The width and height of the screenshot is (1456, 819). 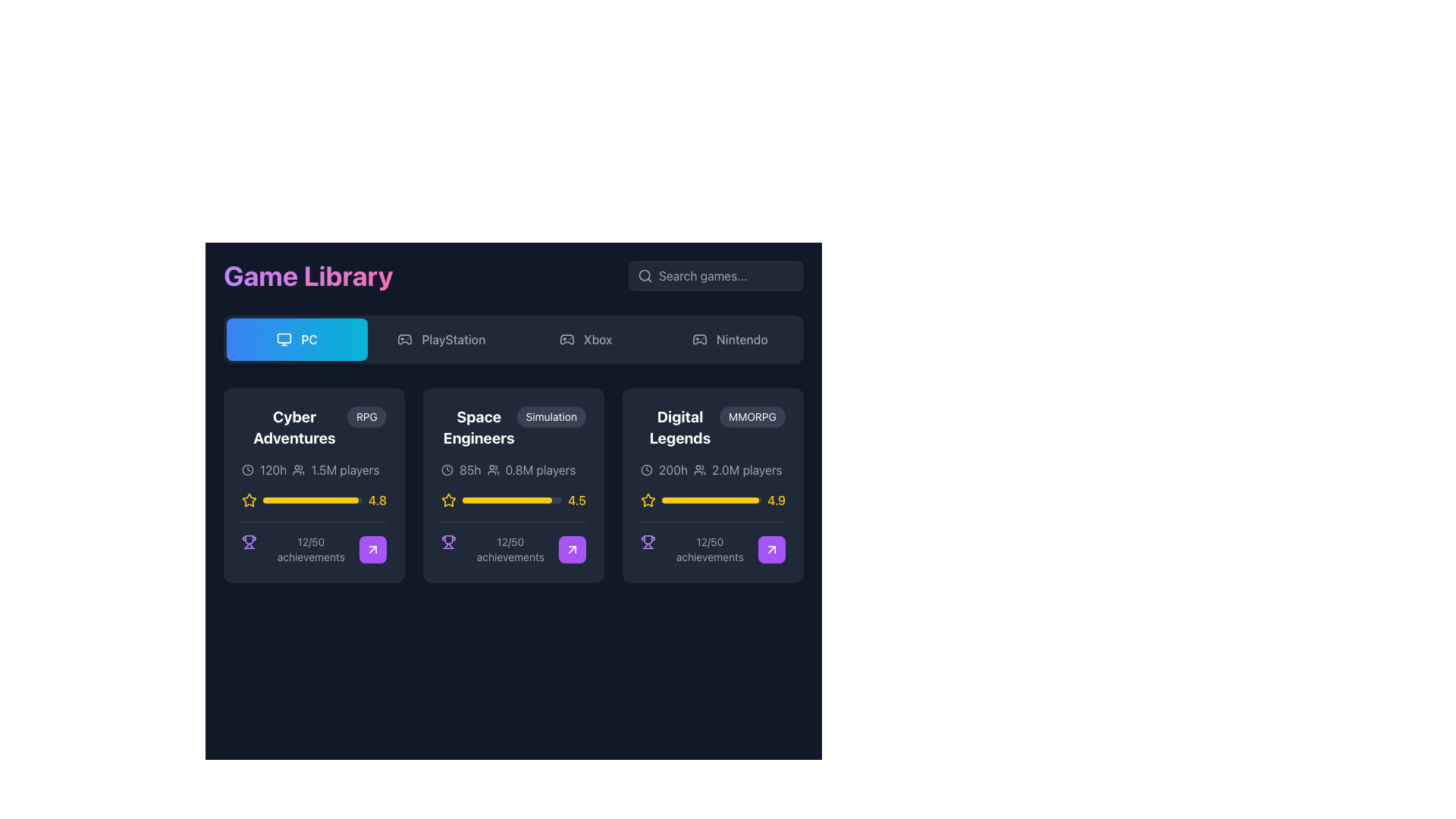 What do you see at coordinates (711, 500) in the screenshot?
I see `the progress bar located within the 'Digital Legends' card, positioned below the star icon and the rating text '4.9'` at bounding box center [711, 500].